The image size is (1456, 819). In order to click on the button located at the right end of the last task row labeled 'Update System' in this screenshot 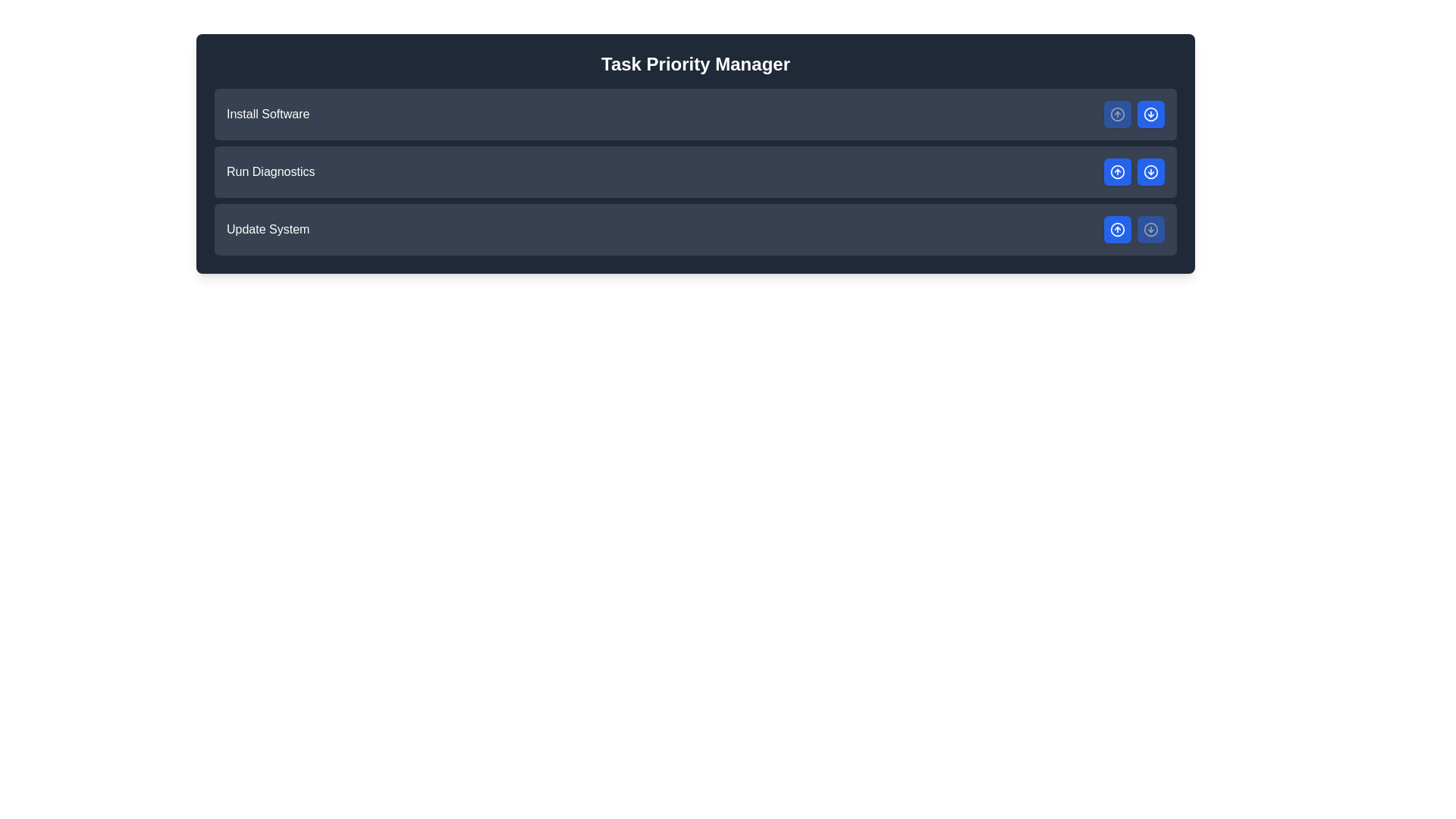, I will do `click(1150, 230)`.